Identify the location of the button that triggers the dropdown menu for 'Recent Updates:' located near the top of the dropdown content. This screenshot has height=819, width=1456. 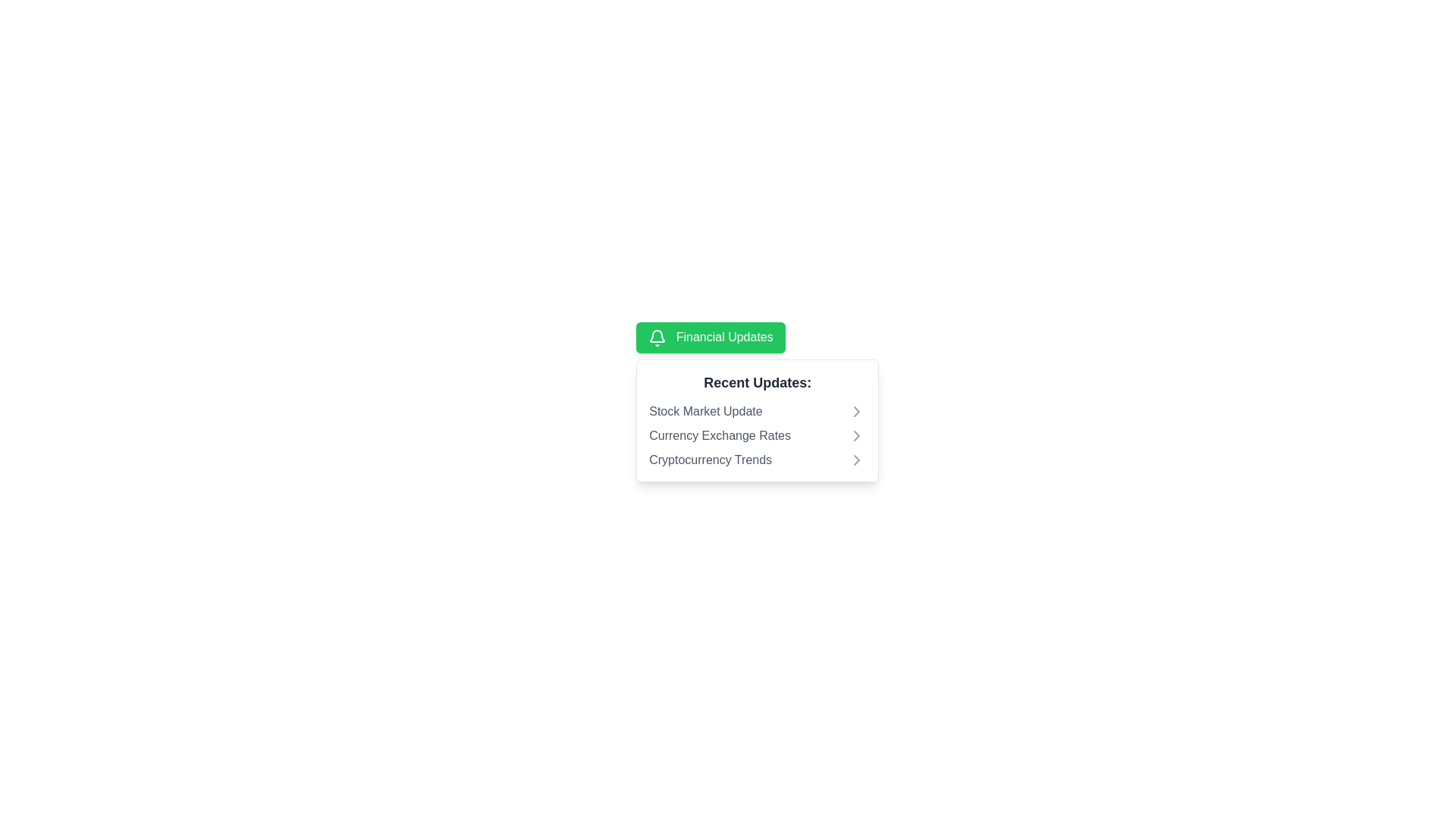
(709, 336).